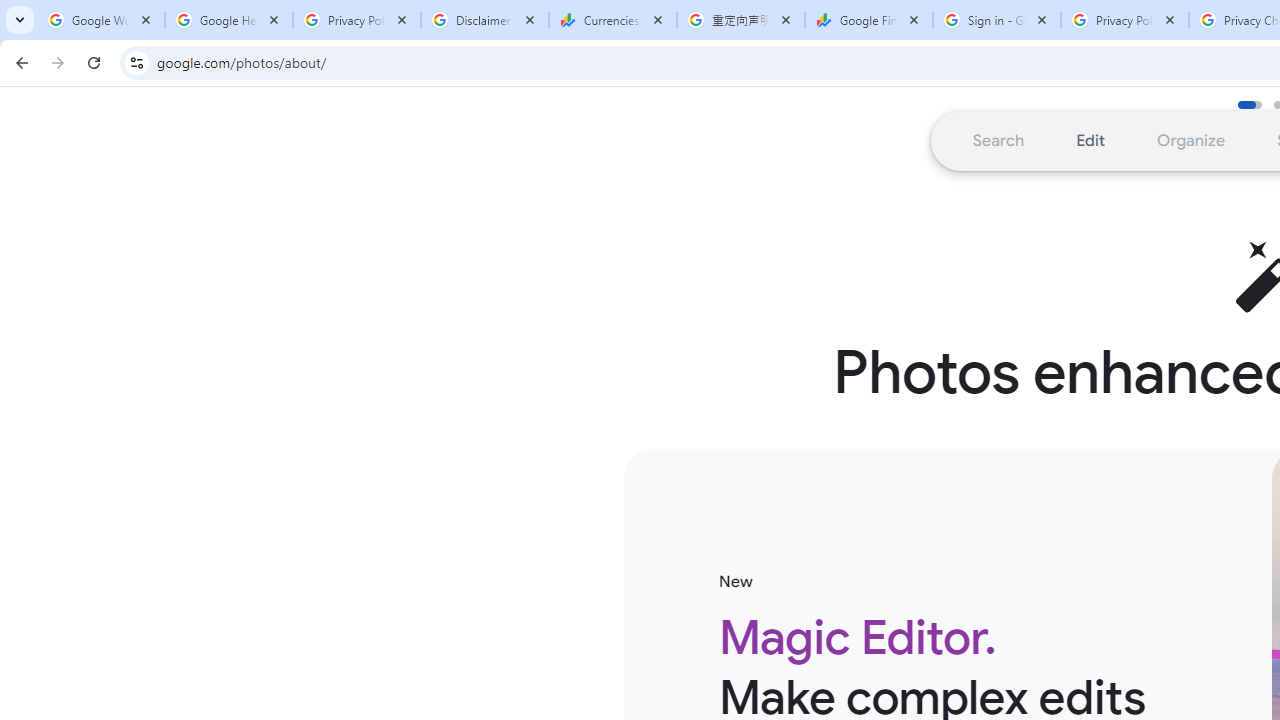  Describe the element at coordinates (612, 20) in the screenshot. I see `'Currencies - Google Finance'` at that location.